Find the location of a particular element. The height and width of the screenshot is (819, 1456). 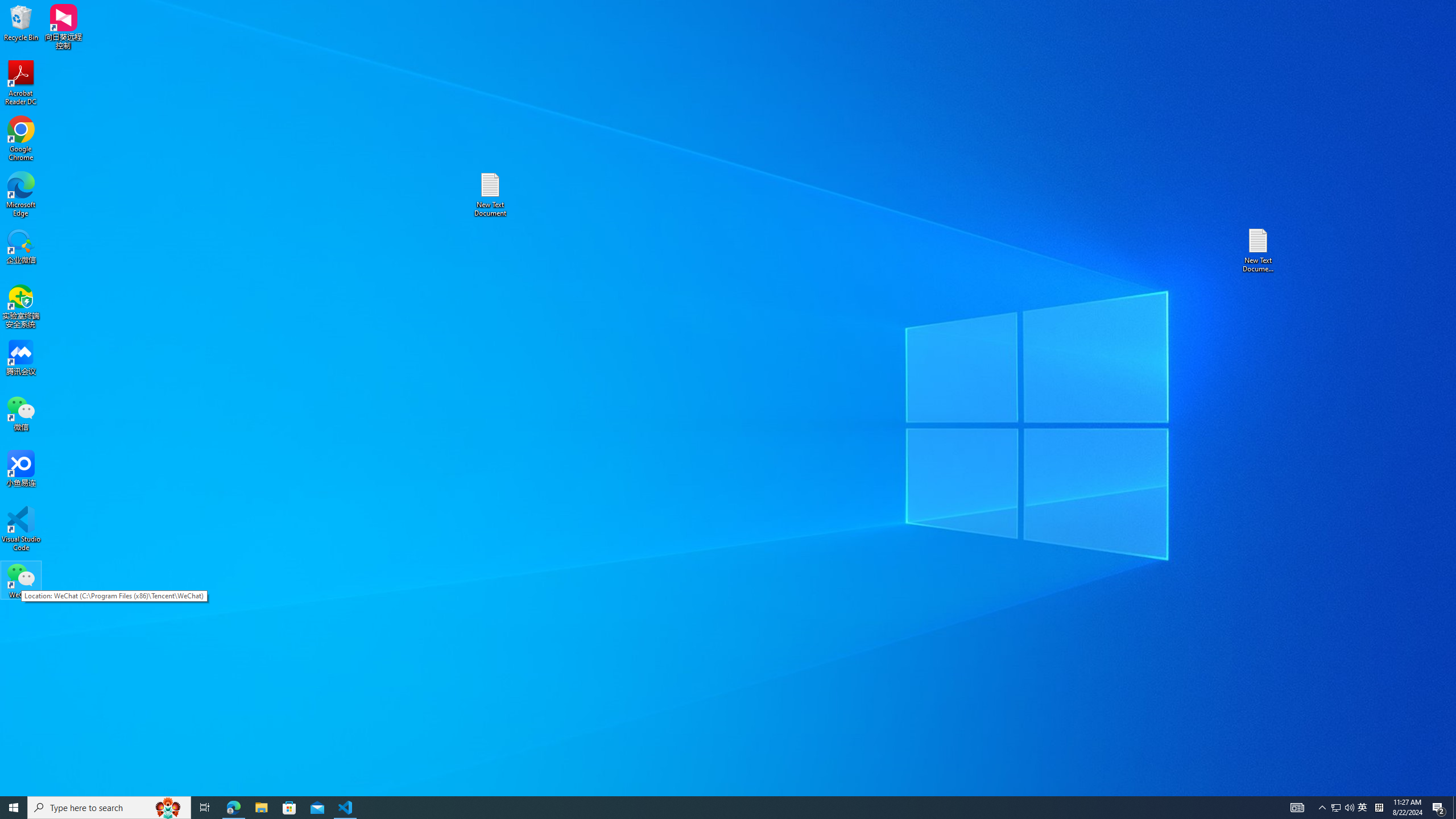

'Tray Input Indicator - Chinese (Simplified, China)' is located at coordinates (1379, 806).